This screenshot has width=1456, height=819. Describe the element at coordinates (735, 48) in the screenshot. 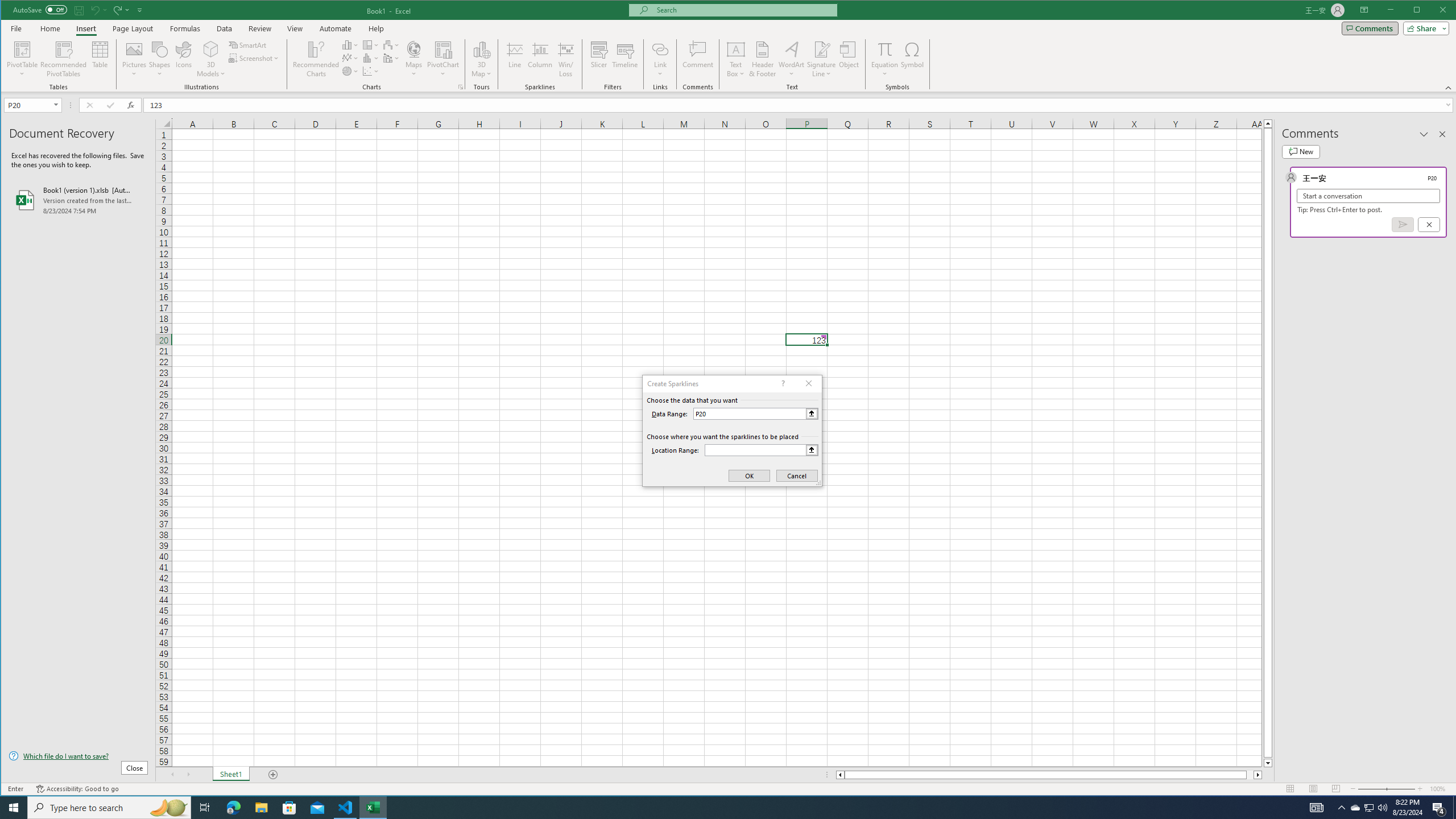

I see `'Draw Horizontal Text Box'` at that location.